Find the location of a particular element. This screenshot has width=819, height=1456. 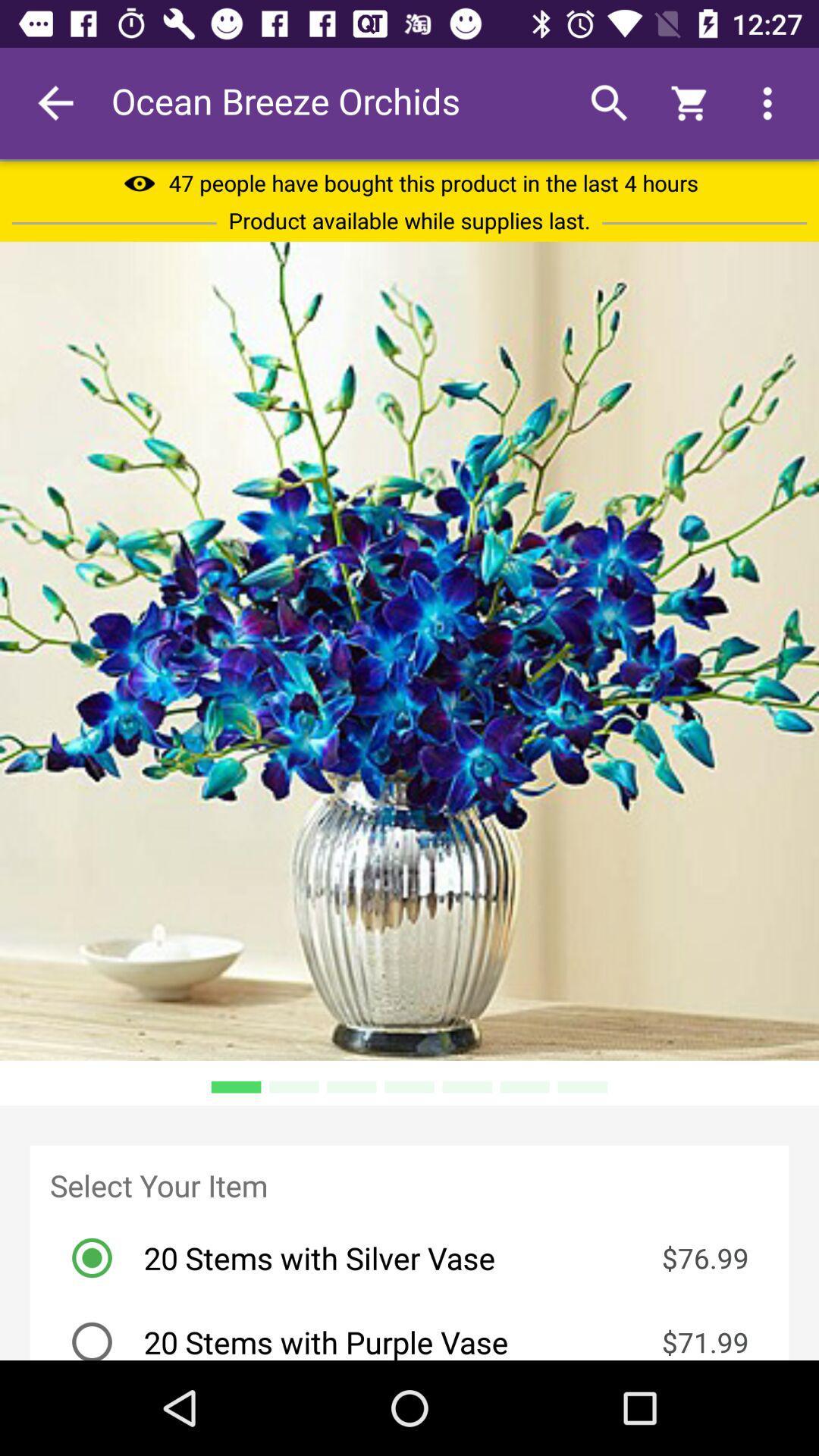

the item next to ocean breeze orchids is located at coordinates (55, 102).